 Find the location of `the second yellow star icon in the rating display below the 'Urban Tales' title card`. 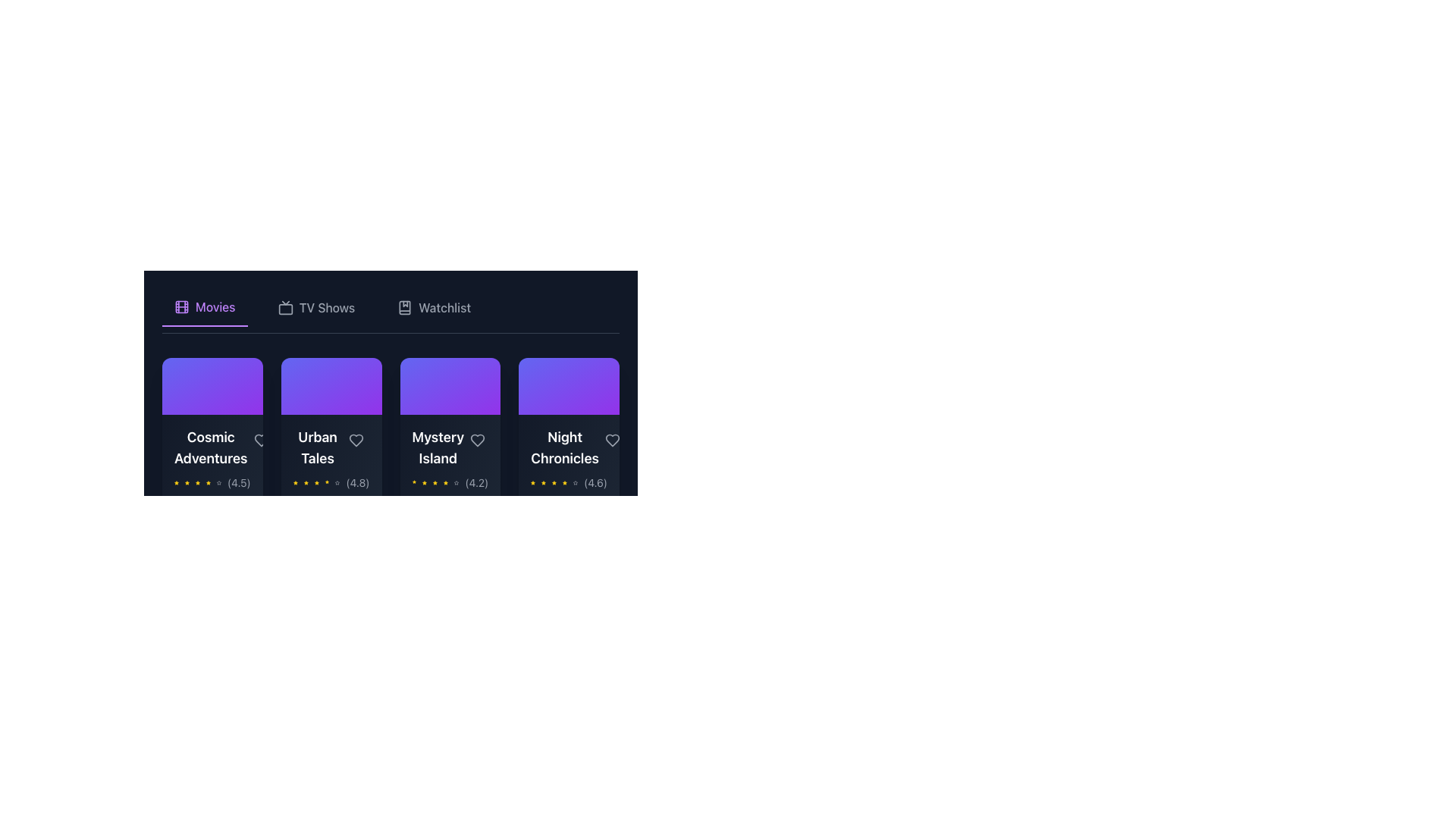

the second yellow star icon in the rating display below the 'Urban Tales' title card is located at coordinates (305, 482).